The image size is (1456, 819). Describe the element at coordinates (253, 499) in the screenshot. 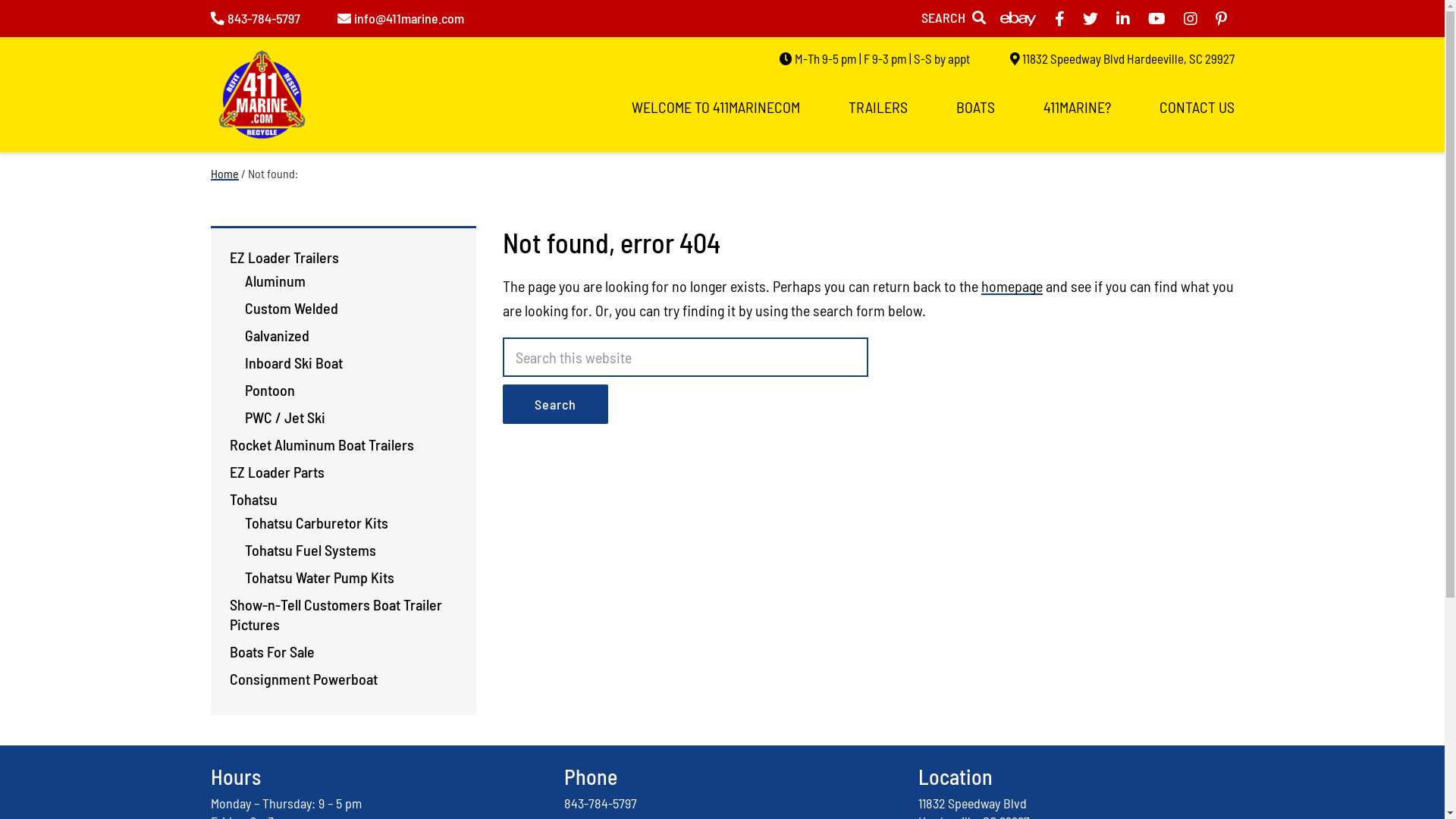

I see `'Tohatsu'` at that location.